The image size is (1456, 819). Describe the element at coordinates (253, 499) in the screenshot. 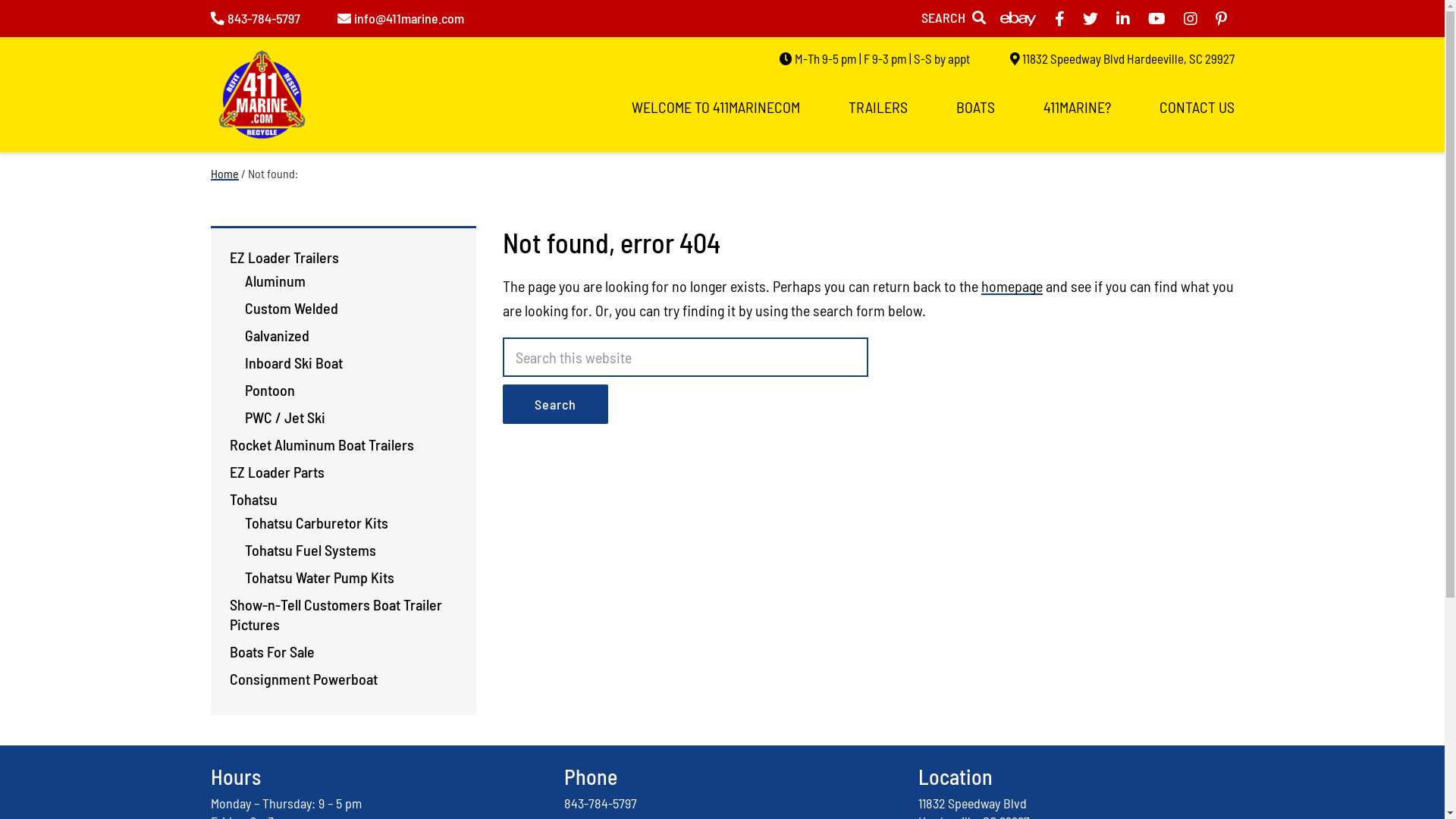

I see `'Tohatsu'` at that location.